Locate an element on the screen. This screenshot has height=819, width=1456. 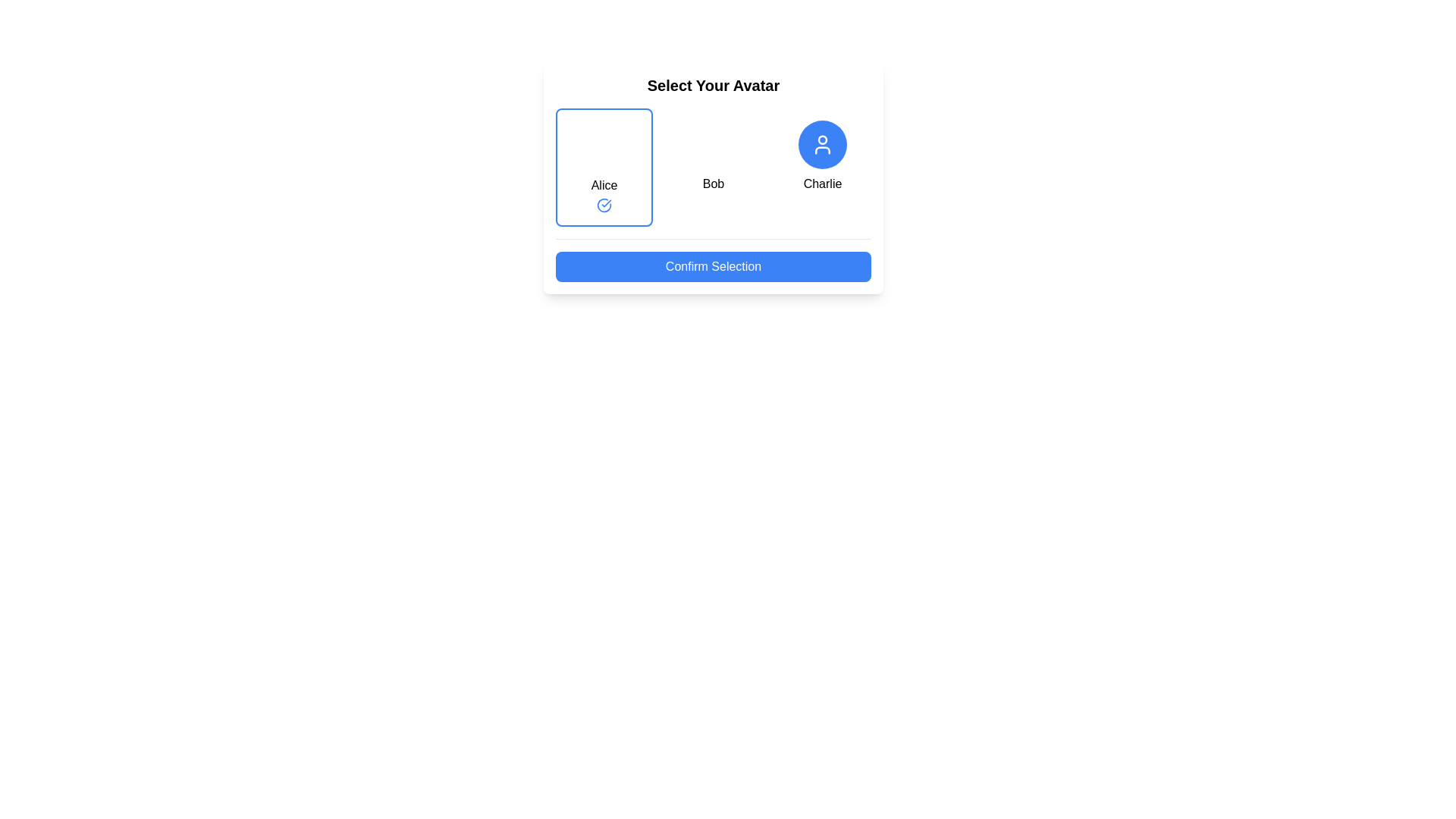
the selectable avatar option button associated with the label 'Charlie' is located at coordinates (821, 145).